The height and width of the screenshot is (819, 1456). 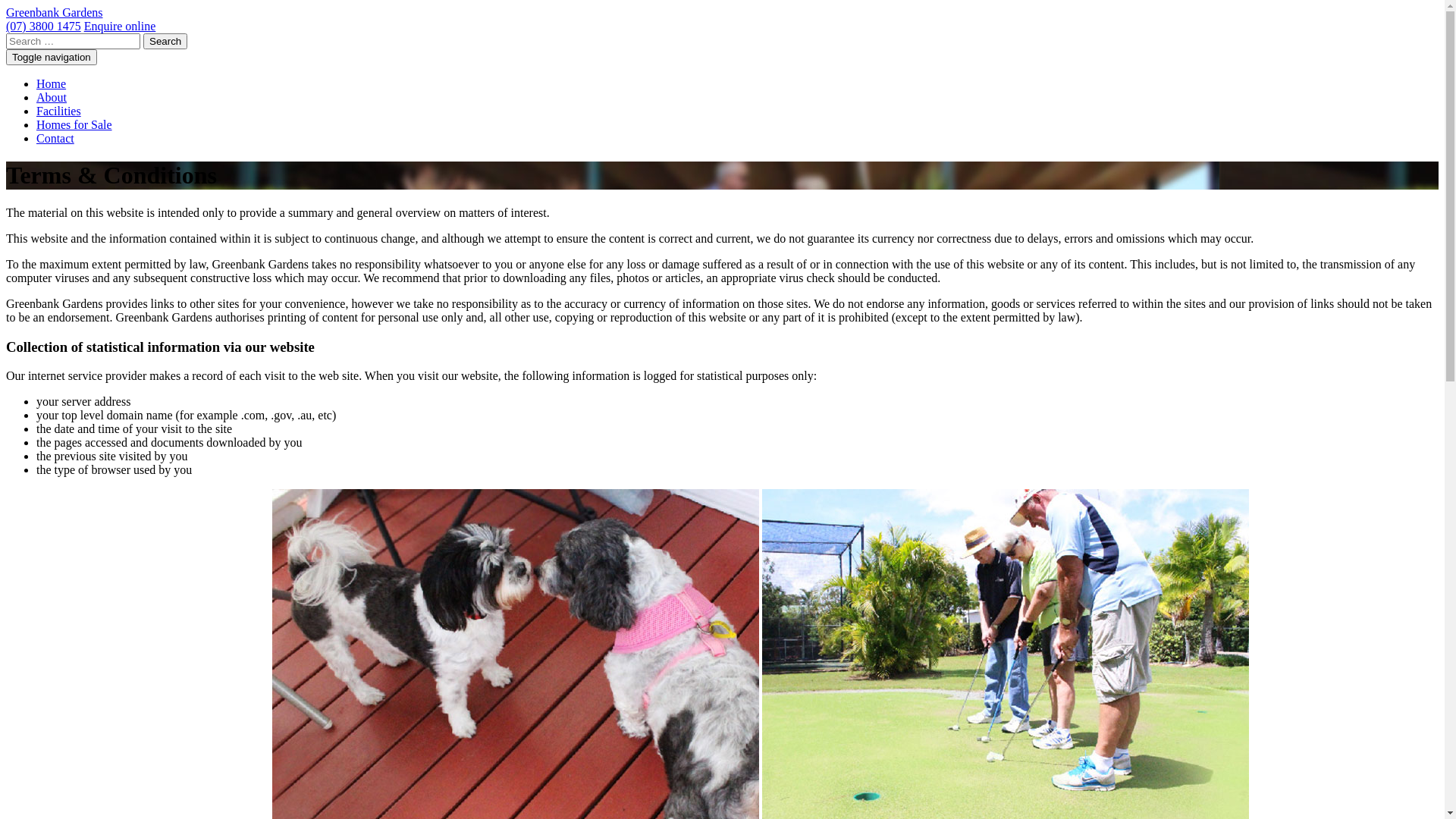 I want to click on '(07) 3800 1475', so click(x=6, y=26).